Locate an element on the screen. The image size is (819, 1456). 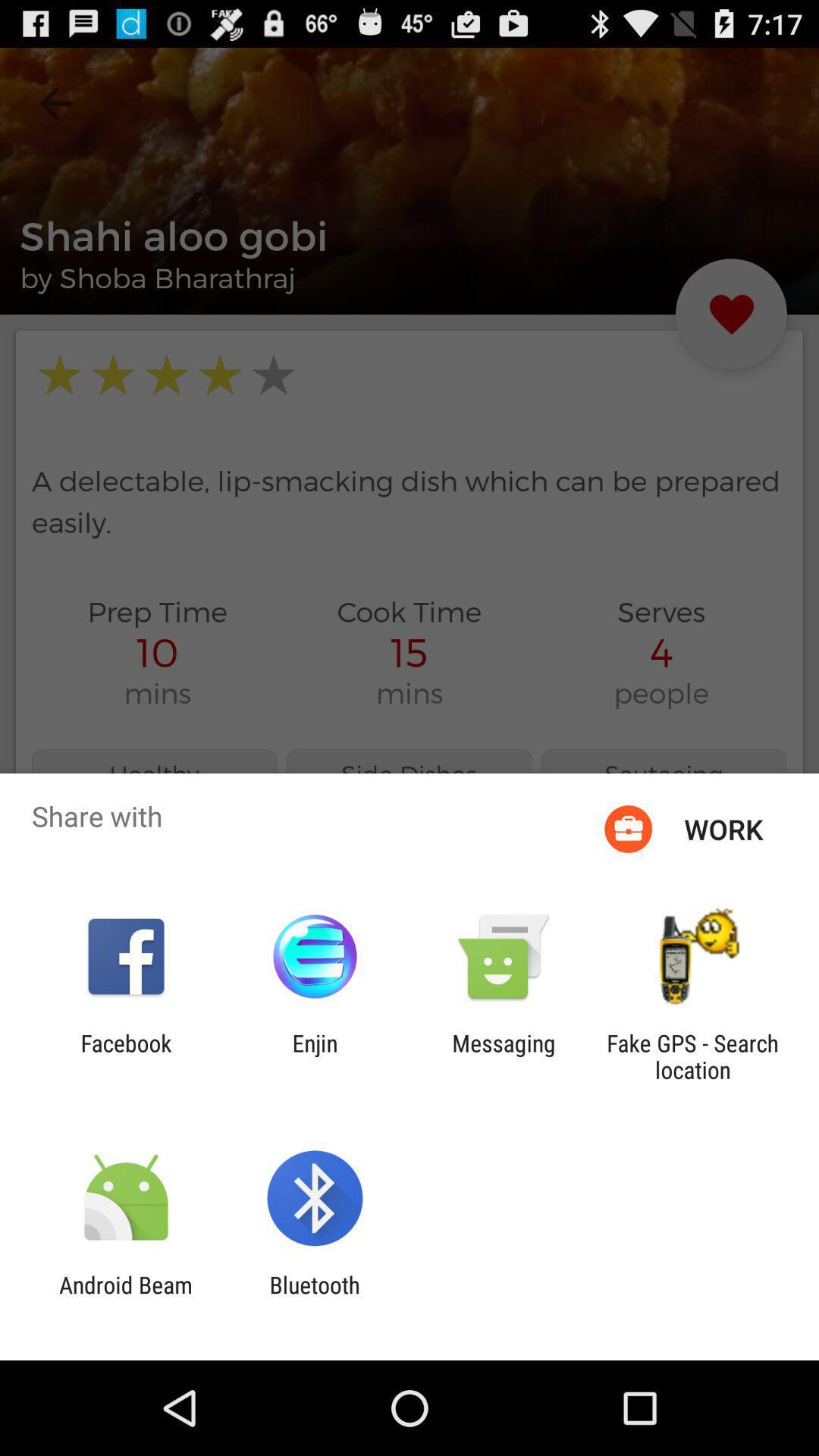
android beam app is located at coordinates (125, 1298).